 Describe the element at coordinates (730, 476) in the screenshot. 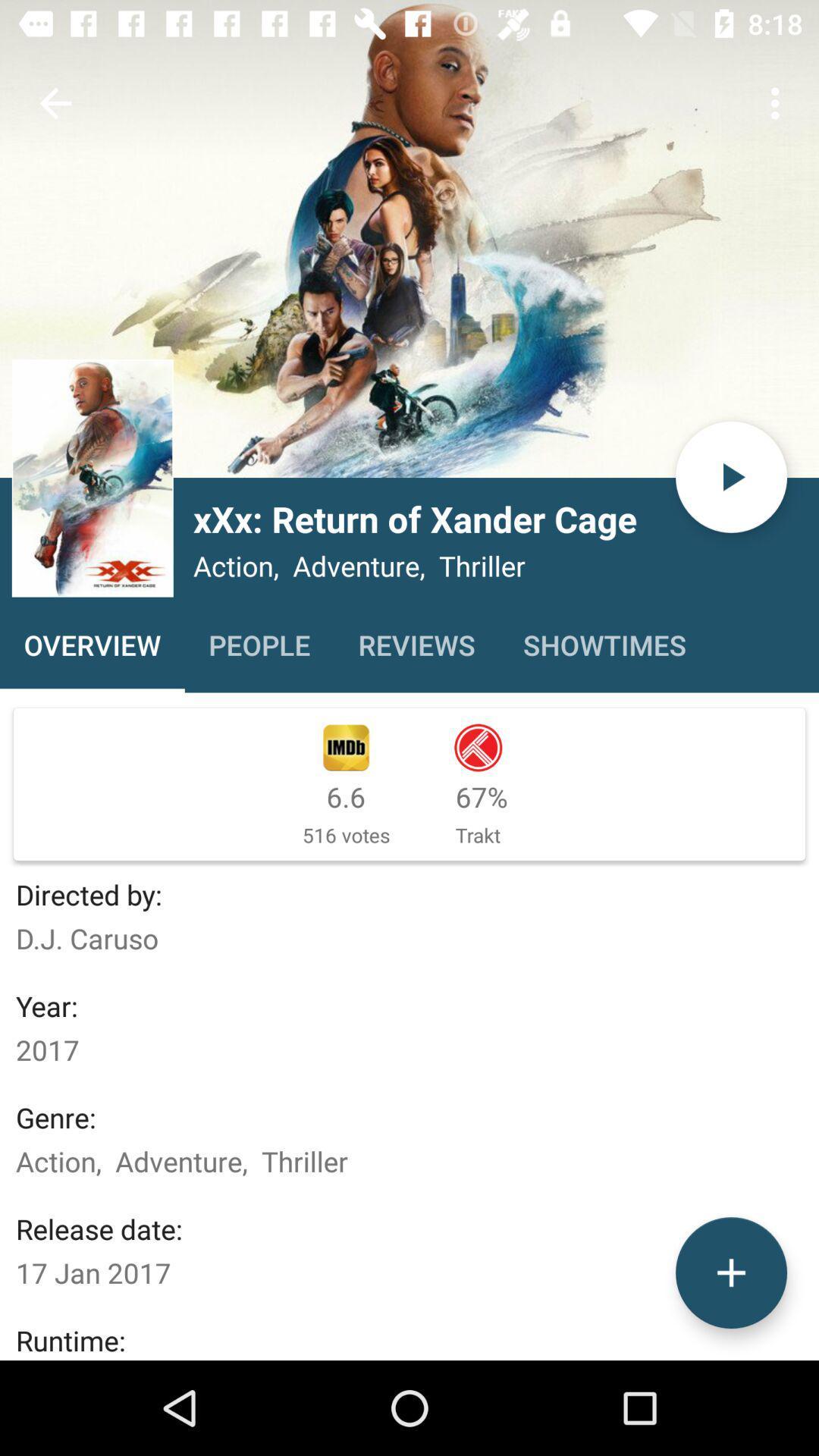

I see `the play icon` at that location.